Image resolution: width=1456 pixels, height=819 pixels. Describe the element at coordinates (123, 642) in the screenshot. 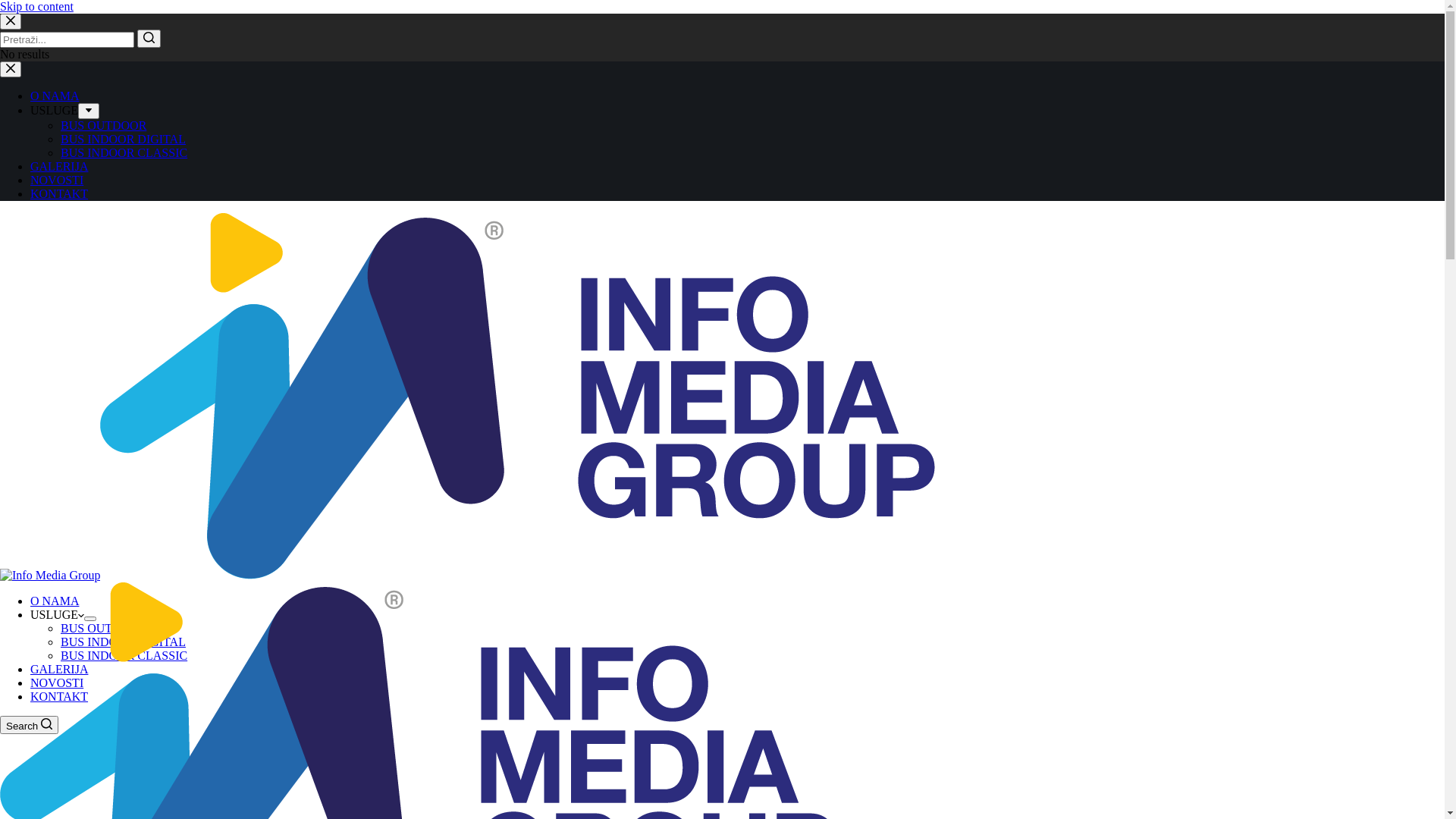

I see `'BUS INDOOR DIGITAL'` at that location.